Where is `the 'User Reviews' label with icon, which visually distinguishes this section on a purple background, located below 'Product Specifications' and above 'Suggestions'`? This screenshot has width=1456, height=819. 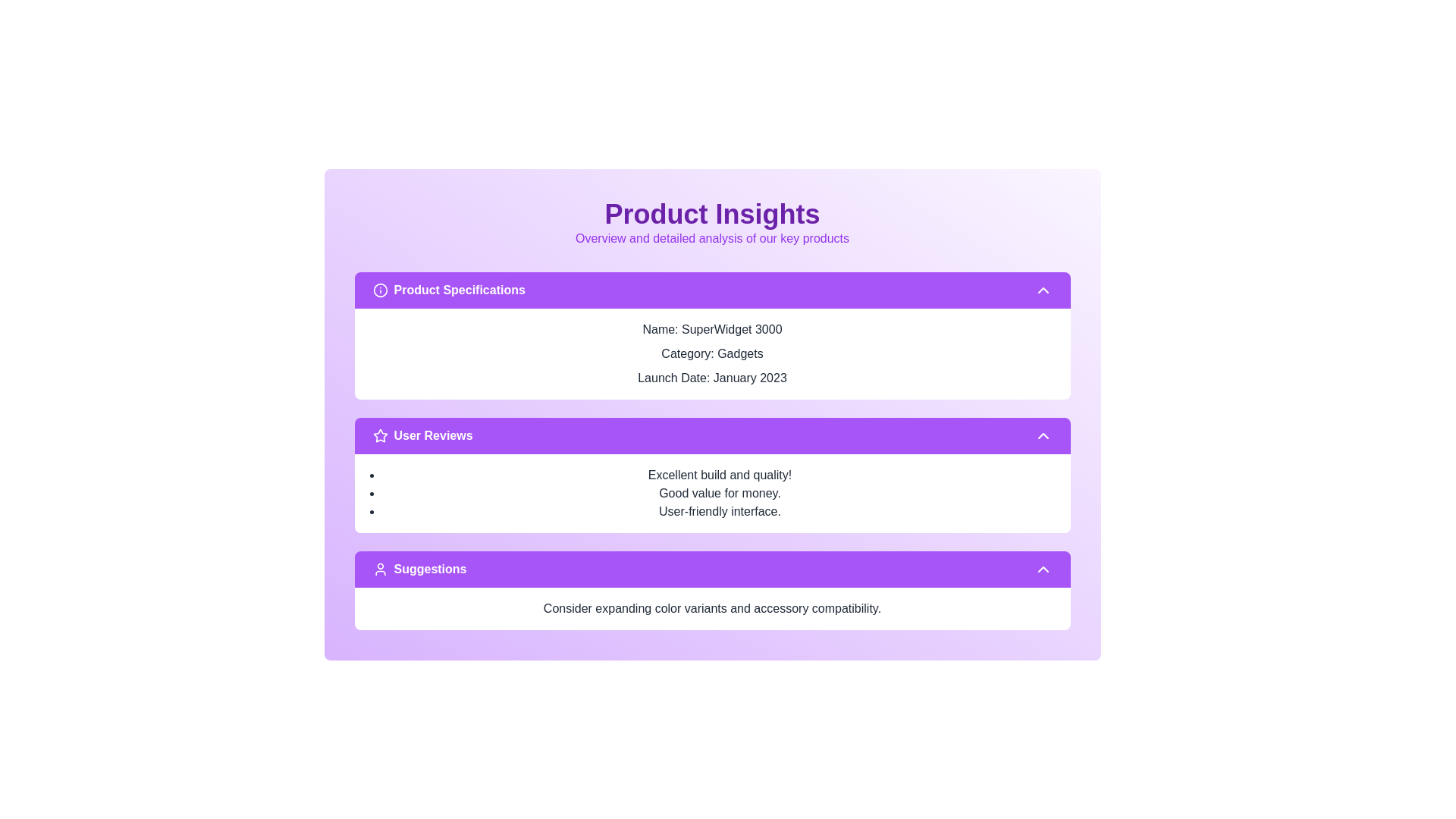 the 'User Reviews' label with icon, which visually distinguishes this section on a purple background, located below 'Product Specifications' and above 'Suggestions' is located at coordinates (422, 435).